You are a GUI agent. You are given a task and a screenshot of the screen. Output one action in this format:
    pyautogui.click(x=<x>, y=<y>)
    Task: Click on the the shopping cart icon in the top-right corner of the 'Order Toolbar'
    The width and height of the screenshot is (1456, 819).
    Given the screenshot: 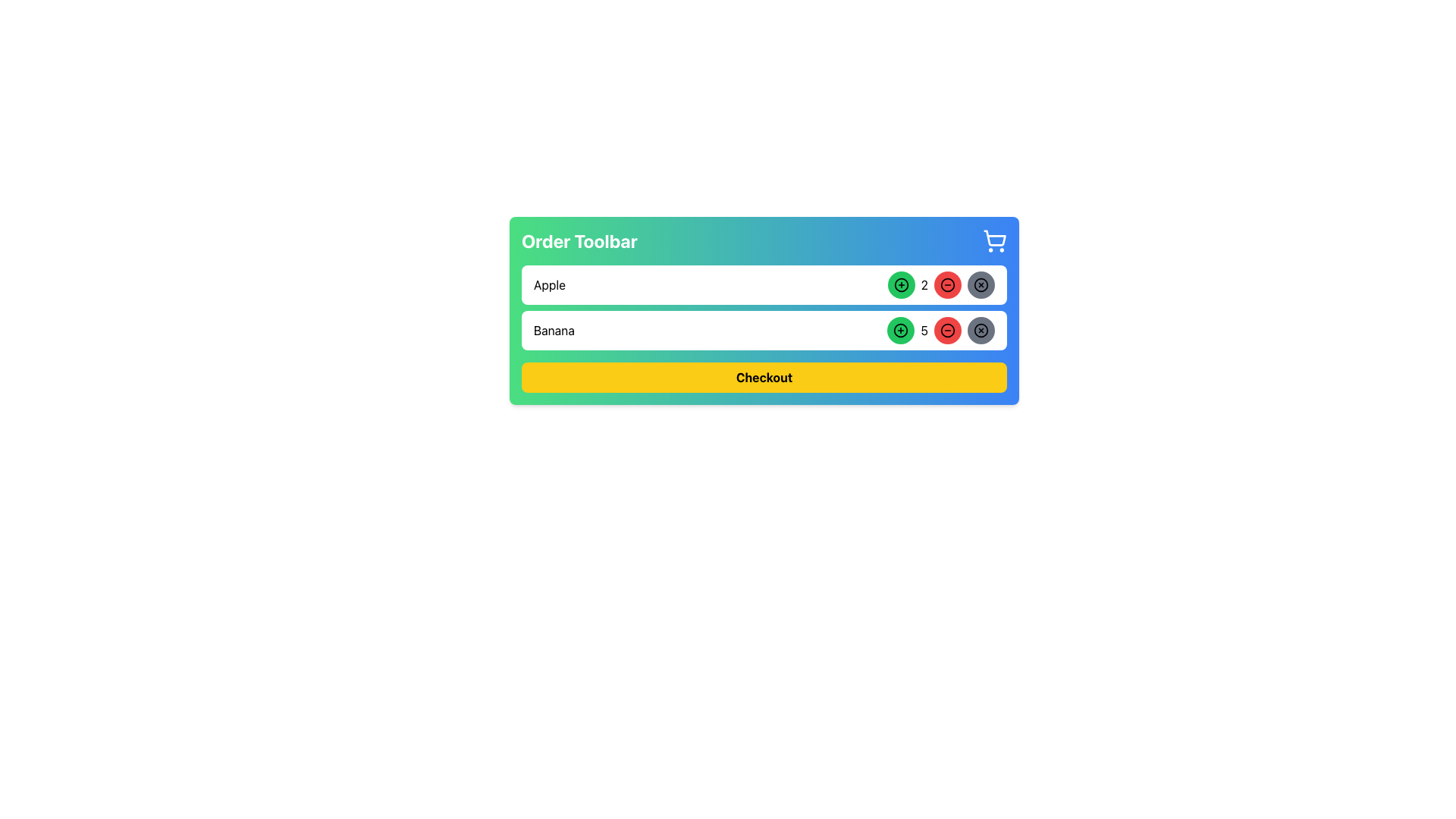 What is the action you would take?
    pyautogui.click(x=994, y=240)
    